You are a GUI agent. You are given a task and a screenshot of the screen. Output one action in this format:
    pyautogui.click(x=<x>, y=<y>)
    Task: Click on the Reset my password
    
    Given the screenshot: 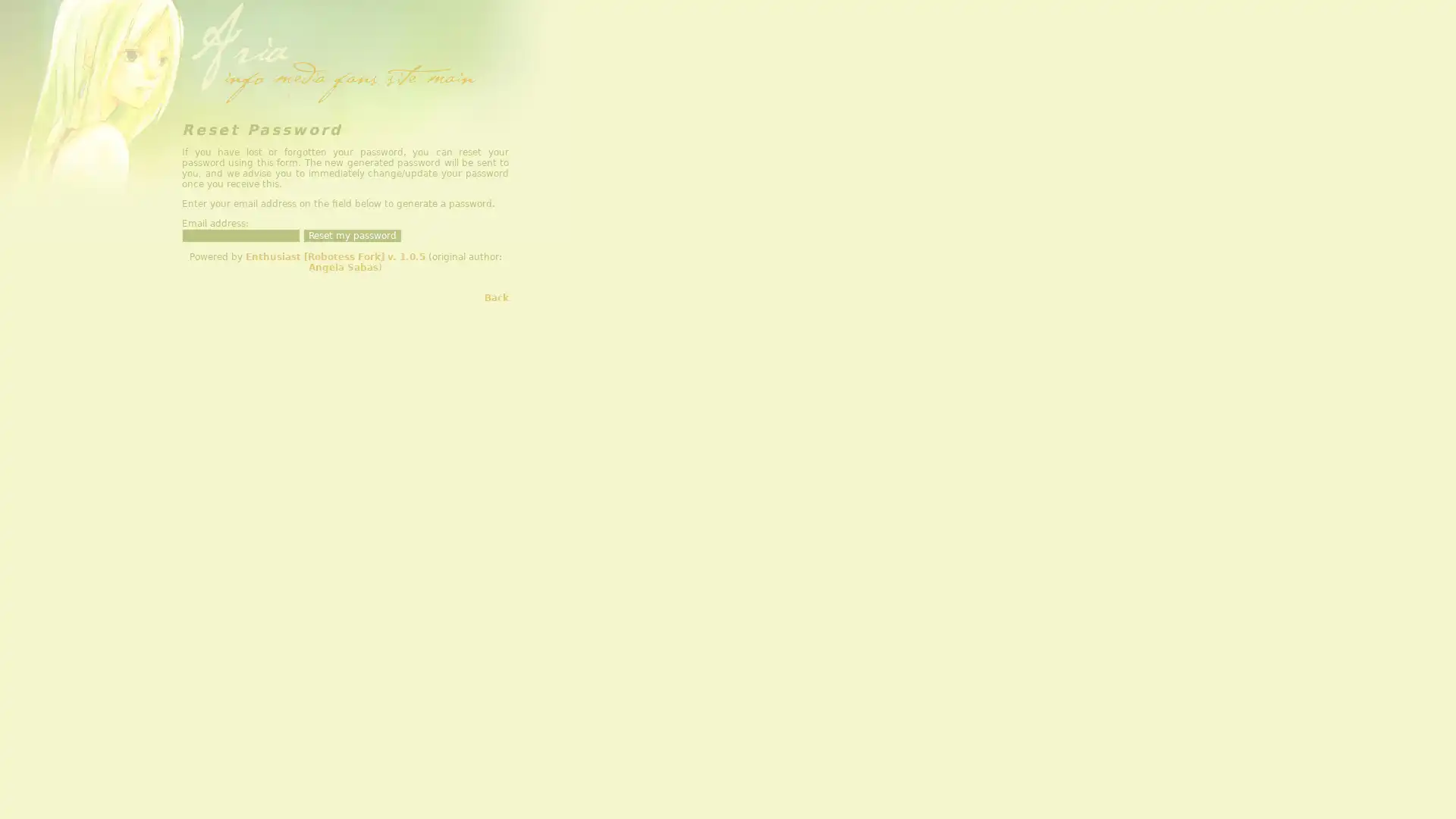 What is the action you would take?
    pyautogui.click(x=352, y=236)
    